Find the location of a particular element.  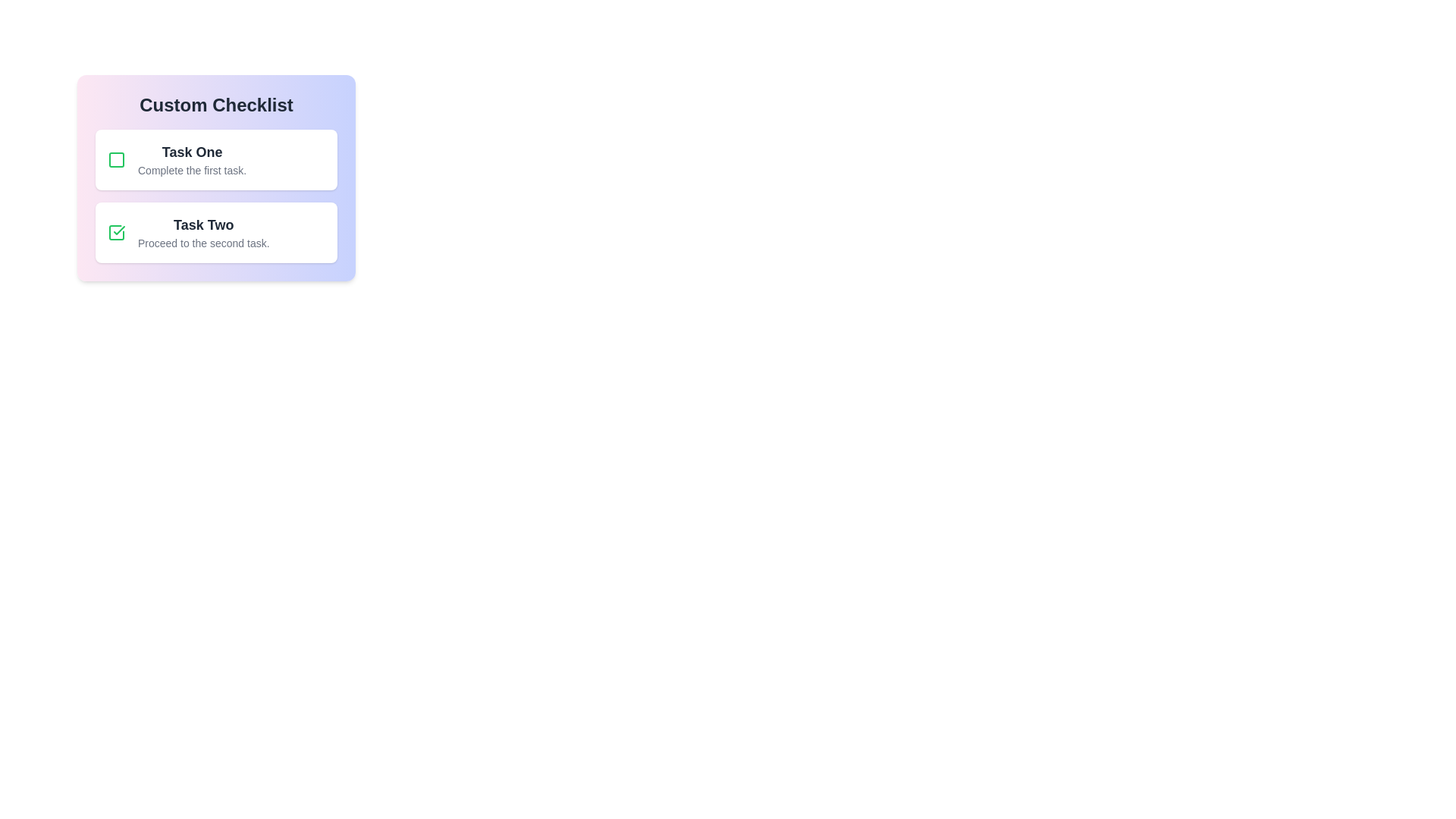

the checkbox located to the left of 'Task One' is located at coordinates (115, 160).